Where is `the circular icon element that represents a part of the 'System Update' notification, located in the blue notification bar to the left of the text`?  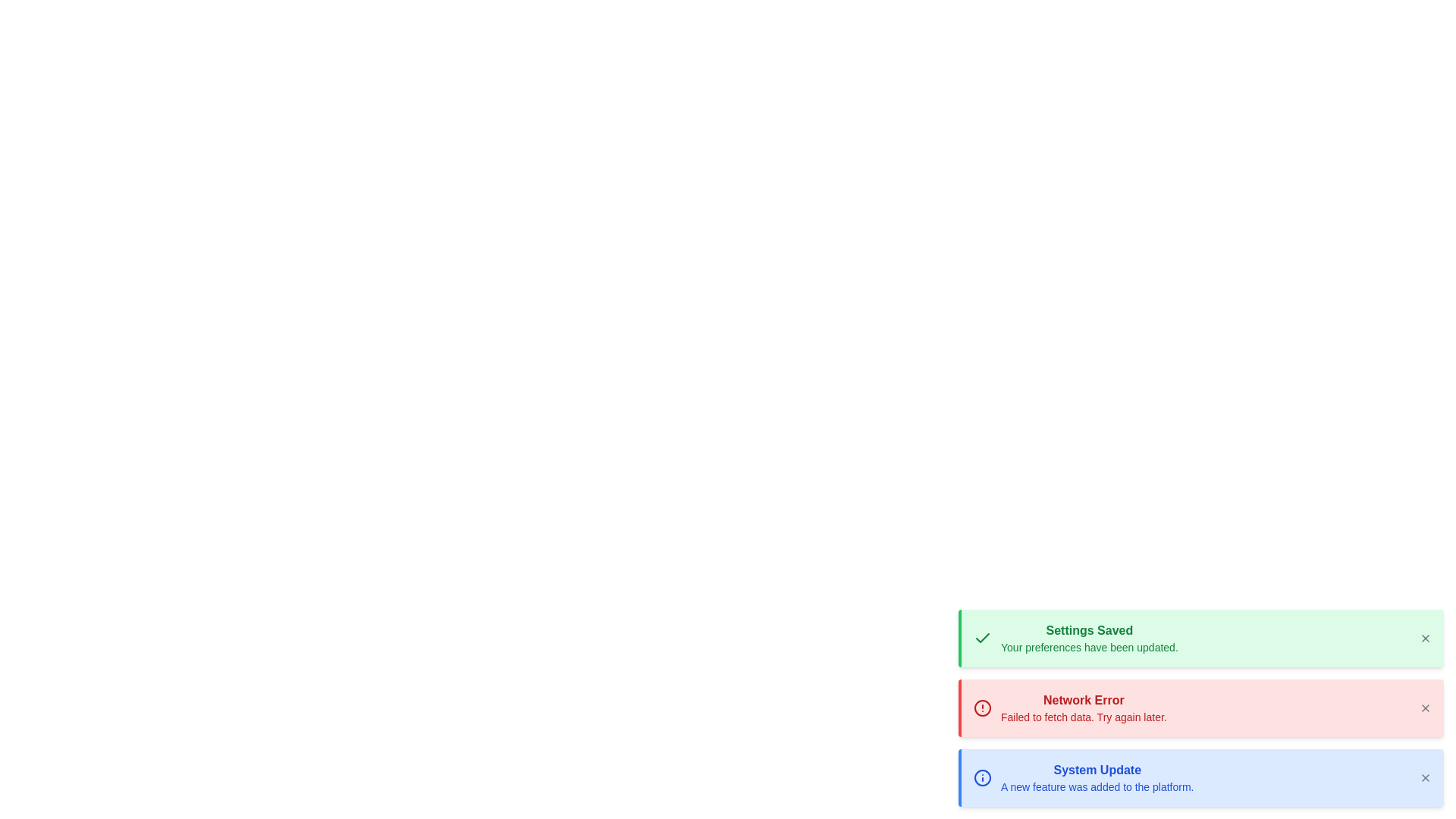 the circular icon element that represents a part of the 'System Update' notification, located in the blue notification bar to the left of the text is located at coordinates (983, 778).